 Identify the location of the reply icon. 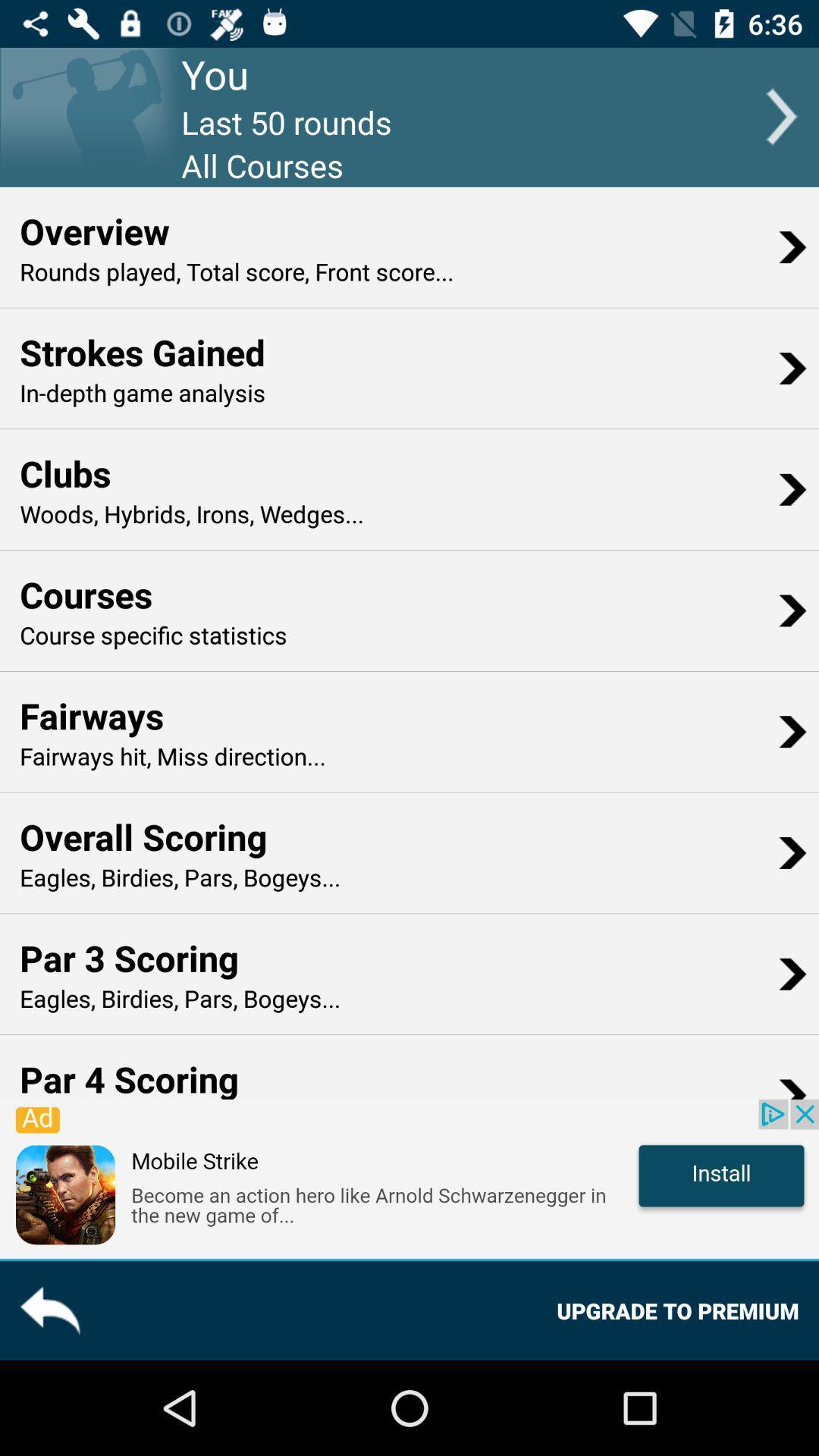
(49, 1310).